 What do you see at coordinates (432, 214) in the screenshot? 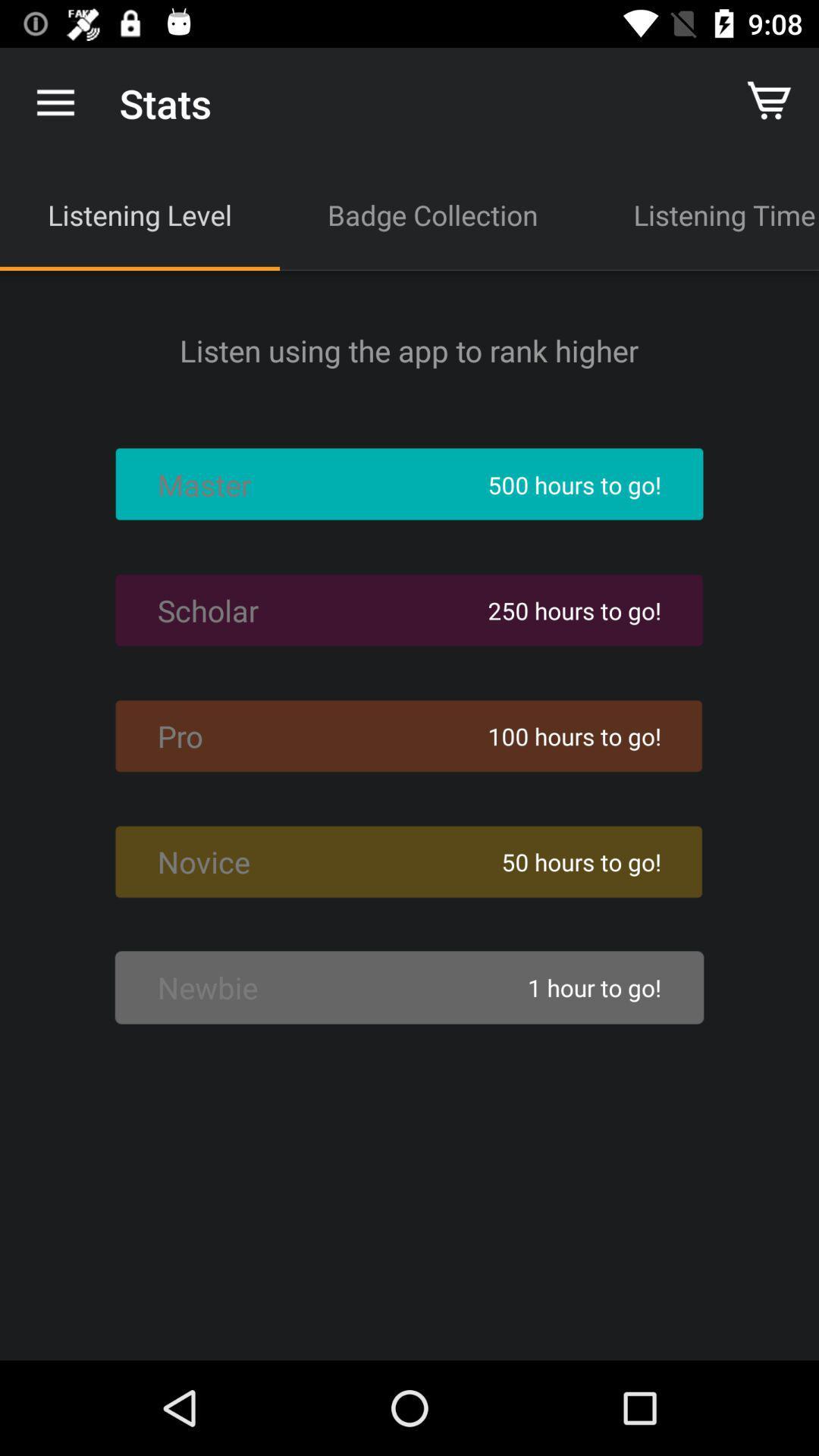
I see `the icon to the left of the listening time item` at bounding box center [432, 214].